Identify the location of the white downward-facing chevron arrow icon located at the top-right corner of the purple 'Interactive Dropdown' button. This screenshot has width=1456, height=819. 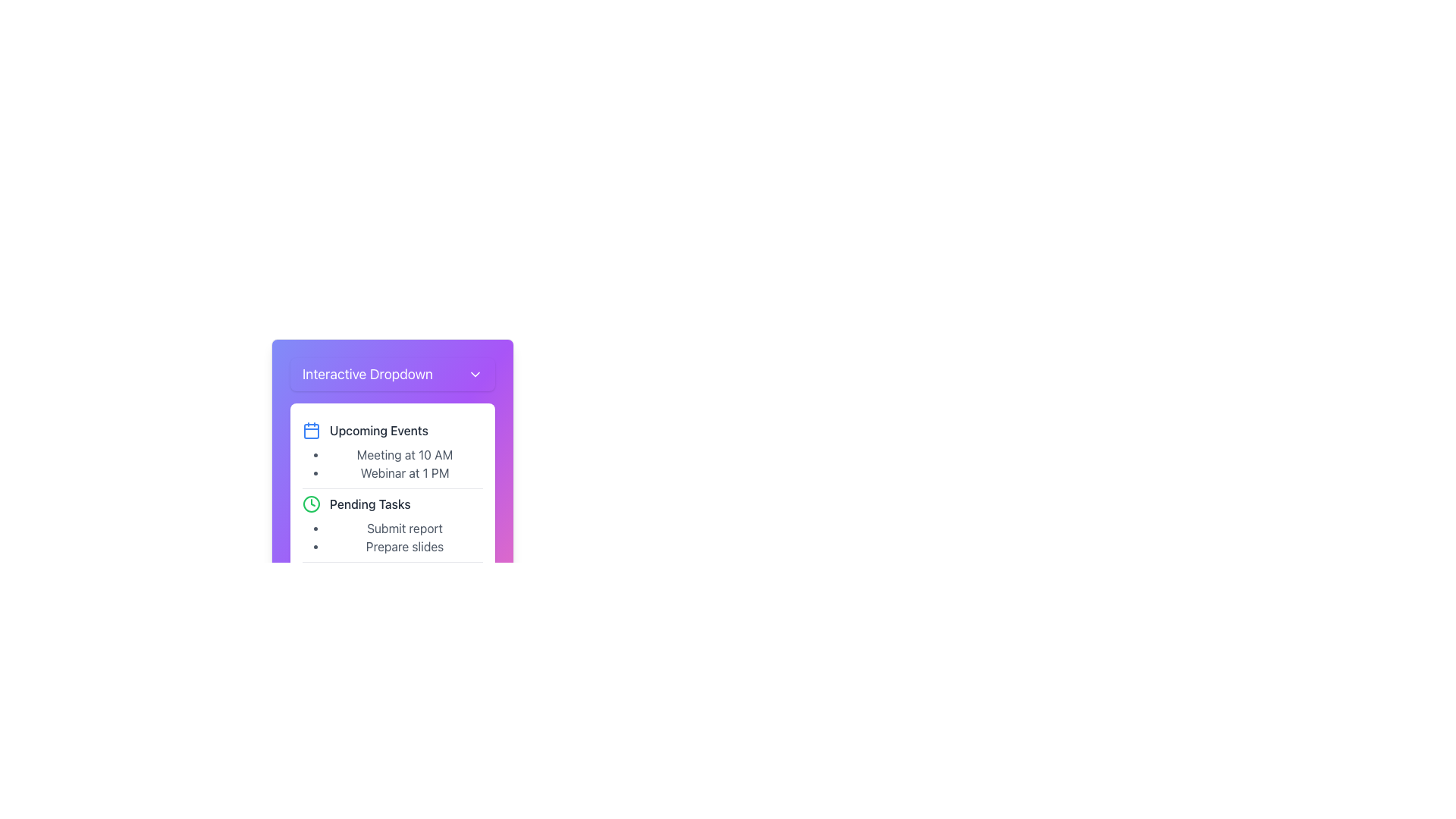
(475, 374).